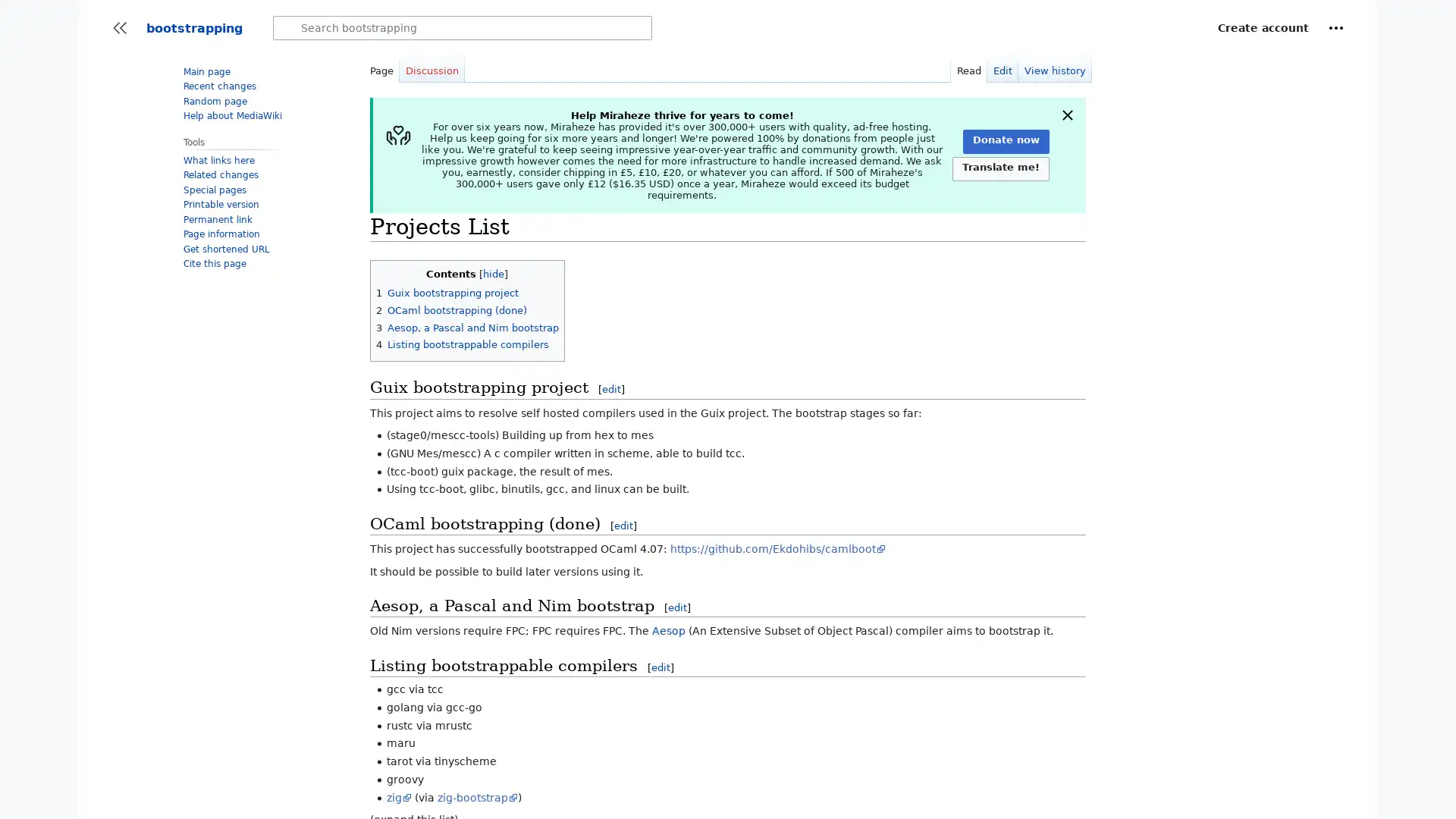 Image resolution: width=1456 pixels, height=819 pixels. I want to click on Go, so click(287, 28).